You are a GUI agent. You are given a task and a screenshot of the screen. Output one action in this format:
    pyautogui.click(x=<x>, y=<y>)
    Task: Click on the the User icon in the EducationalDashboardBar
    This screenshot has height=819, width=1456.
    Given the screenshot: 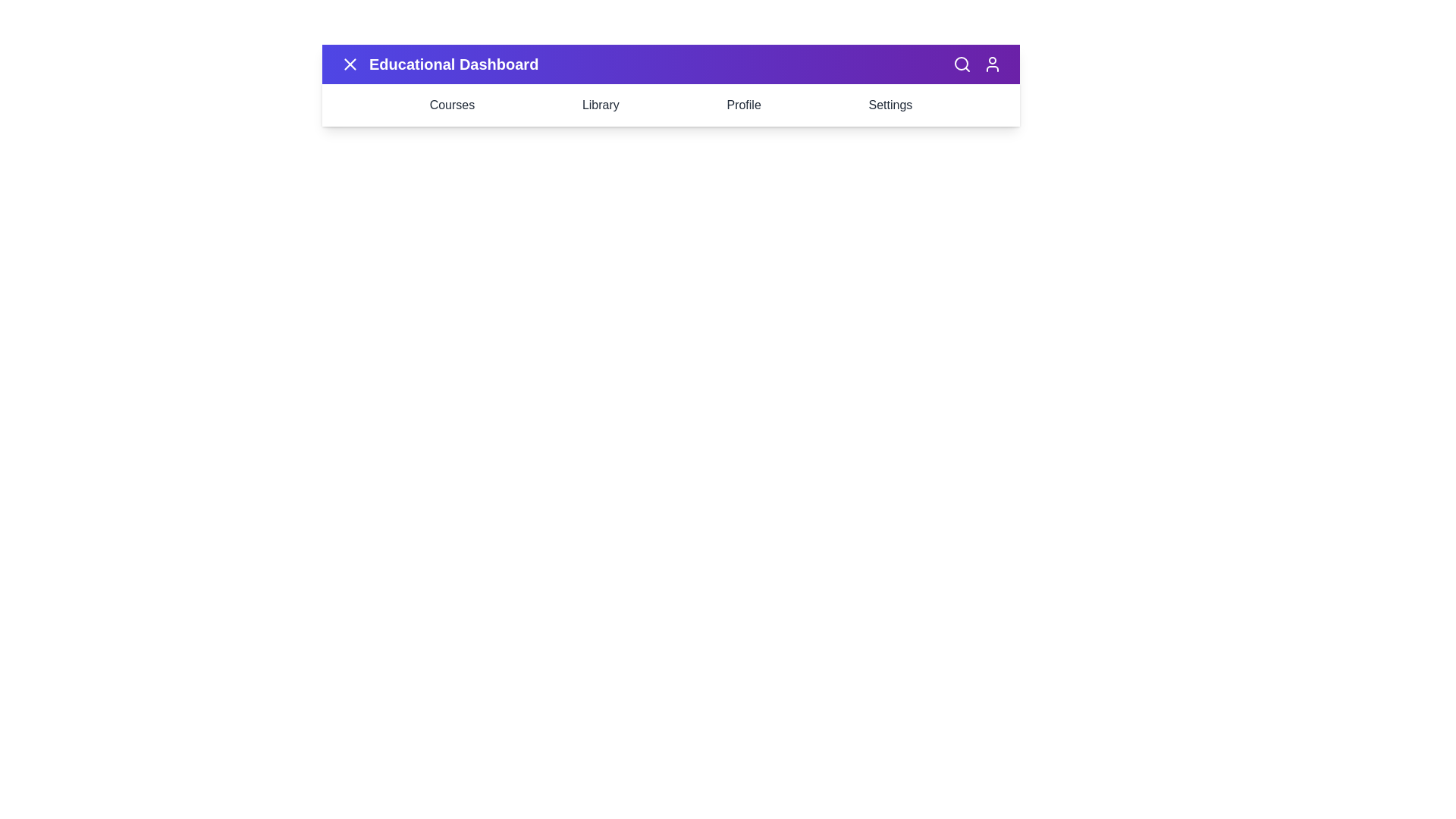 What is the action you would take?
    pyautogui.click(x=993, y=63)
    